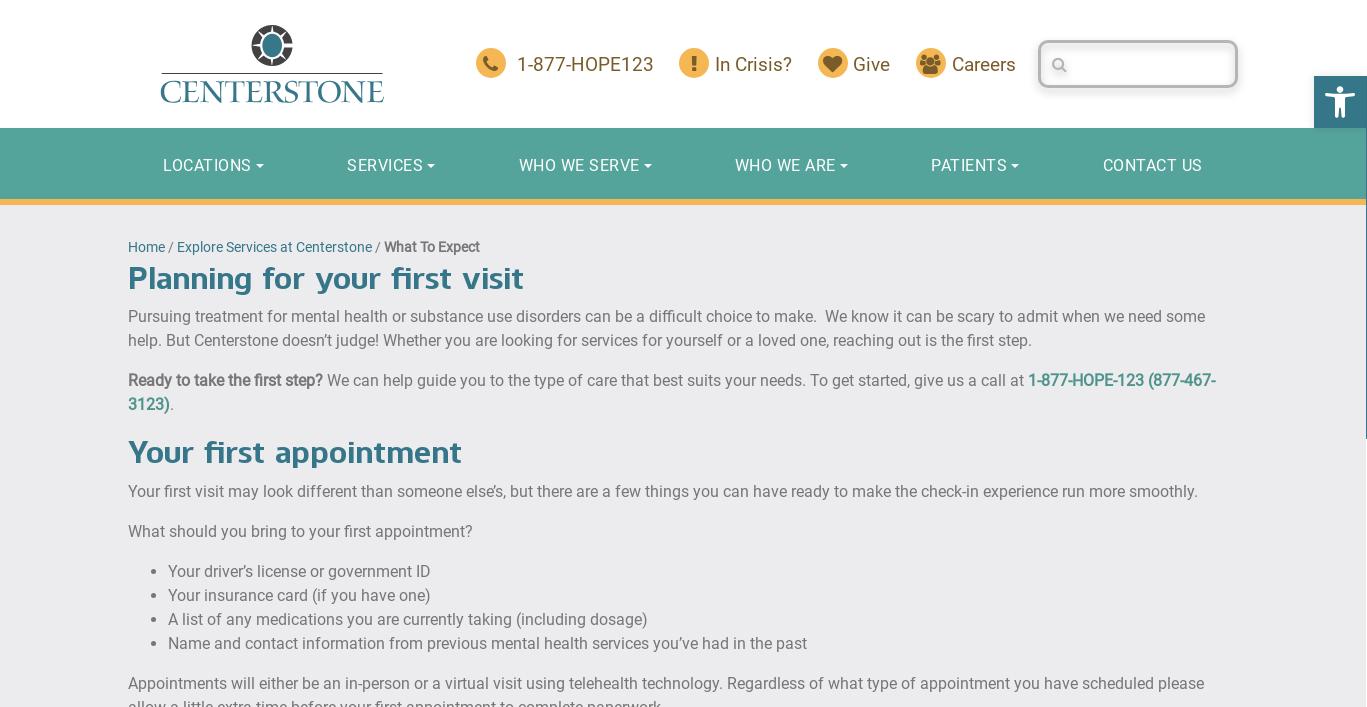 The image size is (1367, 707). What do you see at coordinates (384, 164) in the screenshot?
I see `'Services'` at bounding box center [384, 164].